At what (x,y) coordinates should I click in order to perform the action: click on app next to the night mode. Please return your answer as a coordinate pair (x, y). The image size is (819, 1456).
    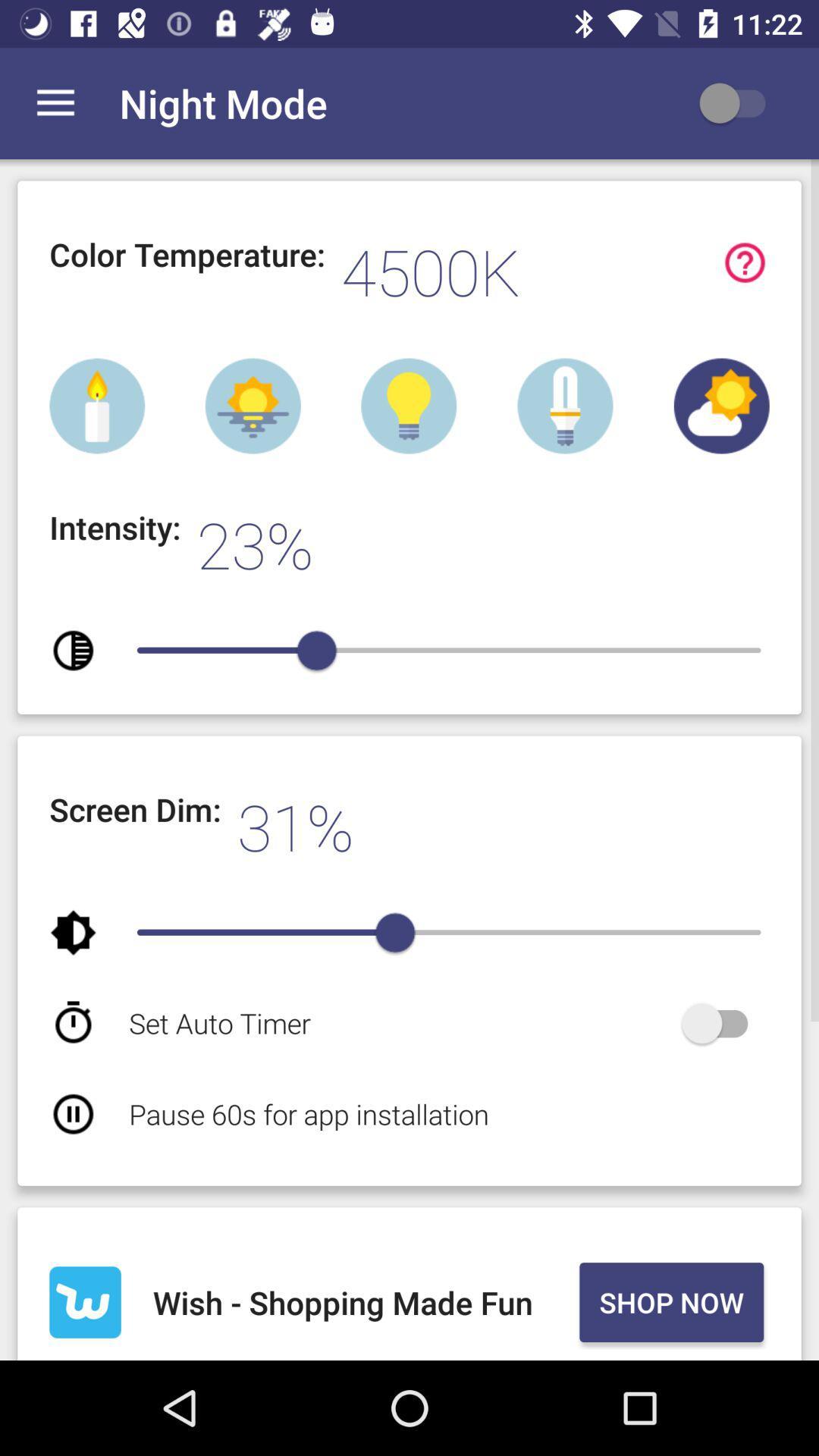
    Looking at the image, I should click on (739, 102).